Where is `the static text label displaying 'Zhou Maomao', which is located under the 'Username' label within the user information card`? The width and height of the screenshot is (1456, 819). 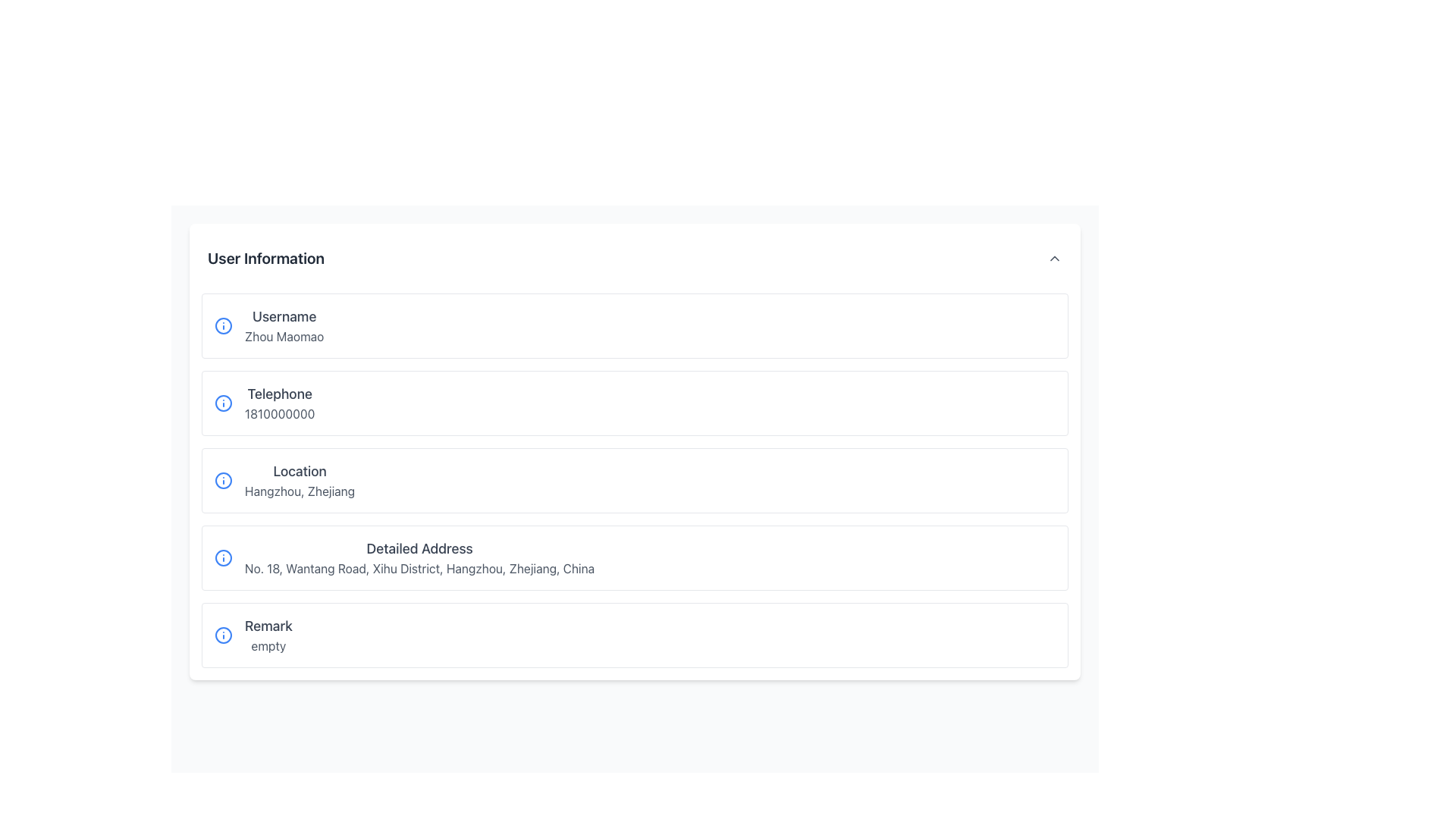 the static text label displaying 'Zhou Maomao', which is located under the 'Username' label within the user information card is located at coordinates (284, 335).